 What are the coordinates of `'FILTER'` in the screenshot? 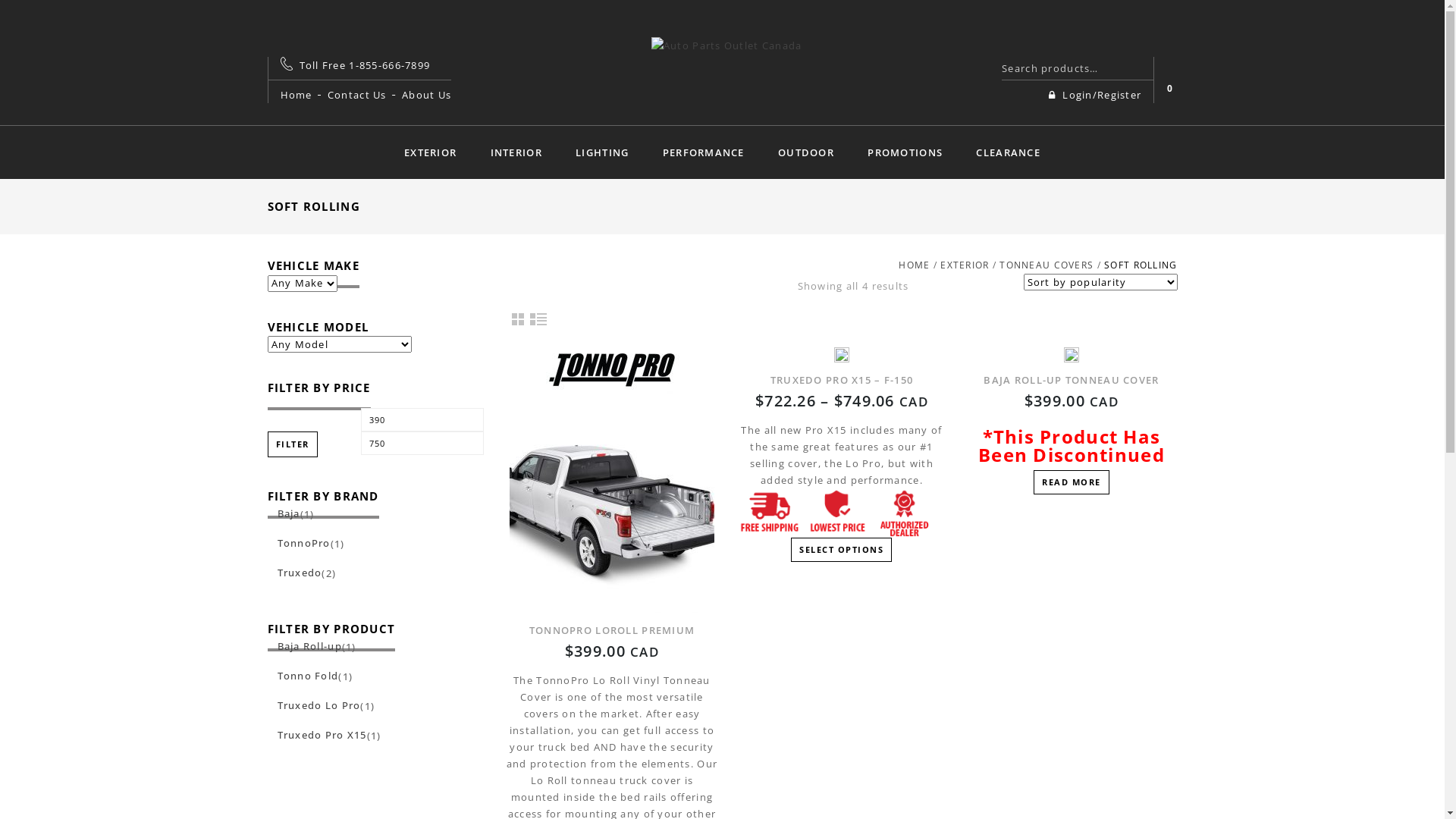 It's located at (291, 444).